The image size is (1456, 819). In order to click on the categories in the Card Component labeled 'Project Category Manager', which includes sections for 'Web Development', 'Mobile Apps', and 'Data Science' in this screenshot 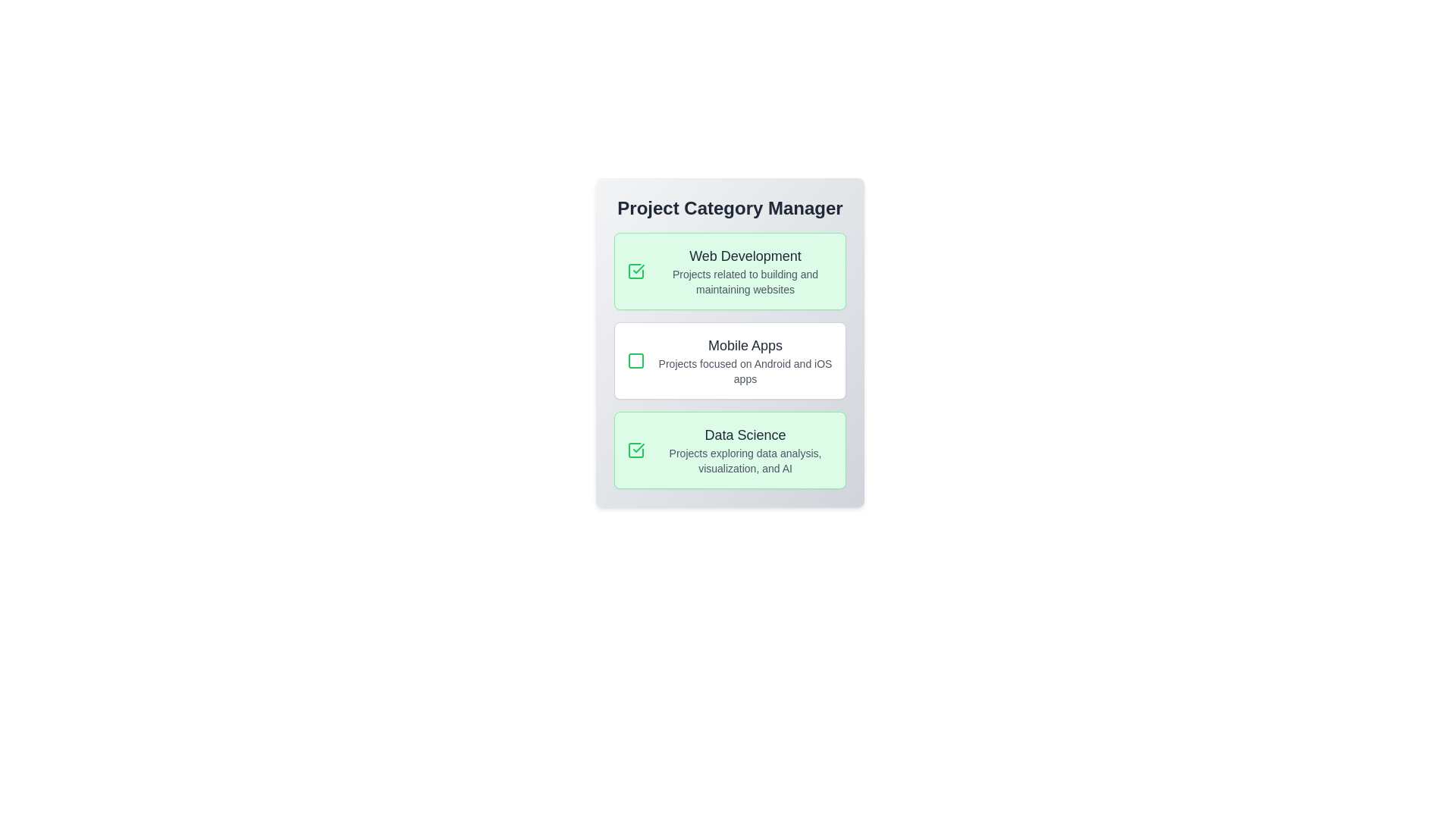, I will do `click(730, 342)`.